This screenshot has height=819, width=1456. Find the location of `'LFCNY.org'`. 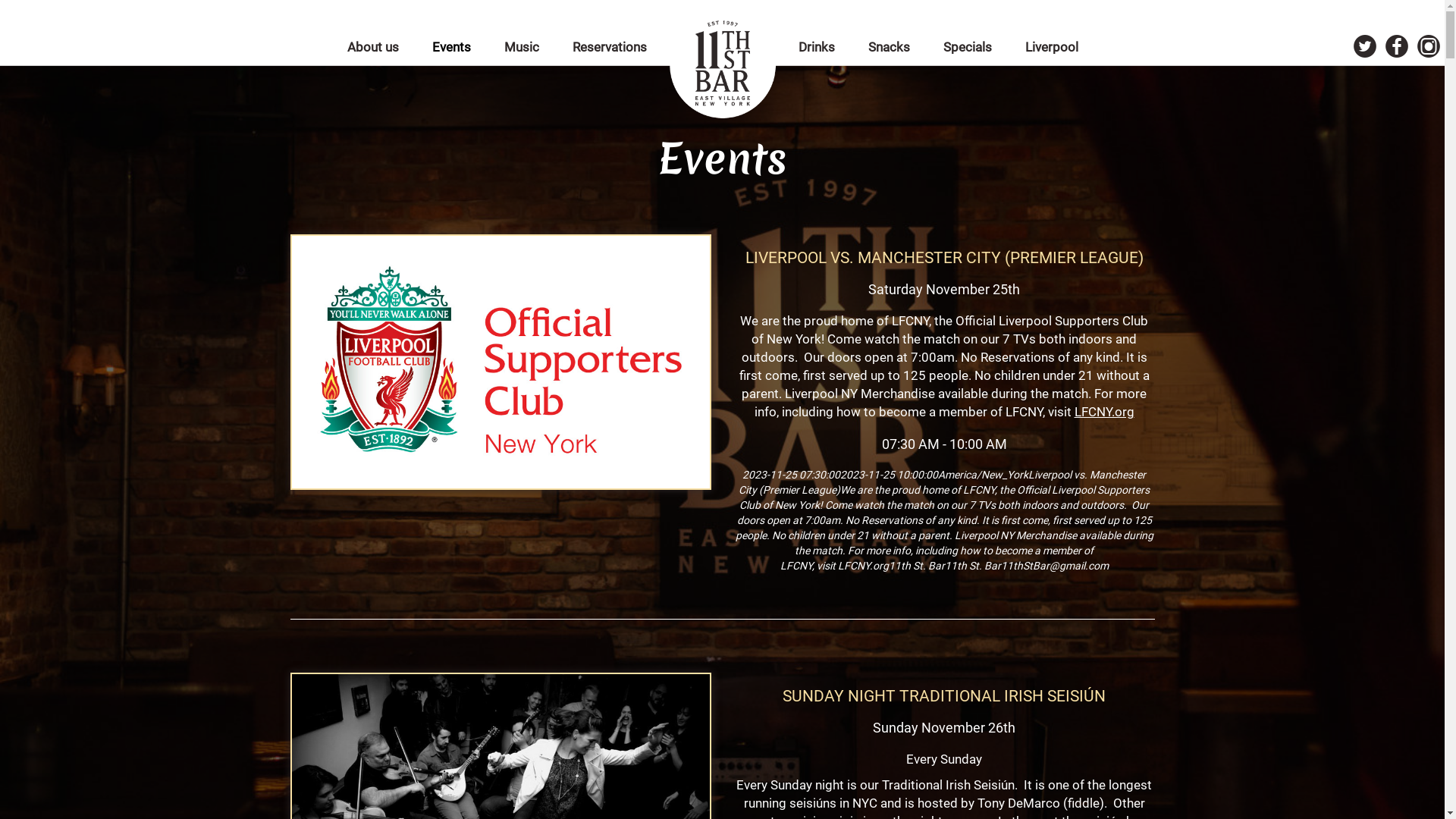

'LFCNY.org' is located at coordinates (1103, 412).